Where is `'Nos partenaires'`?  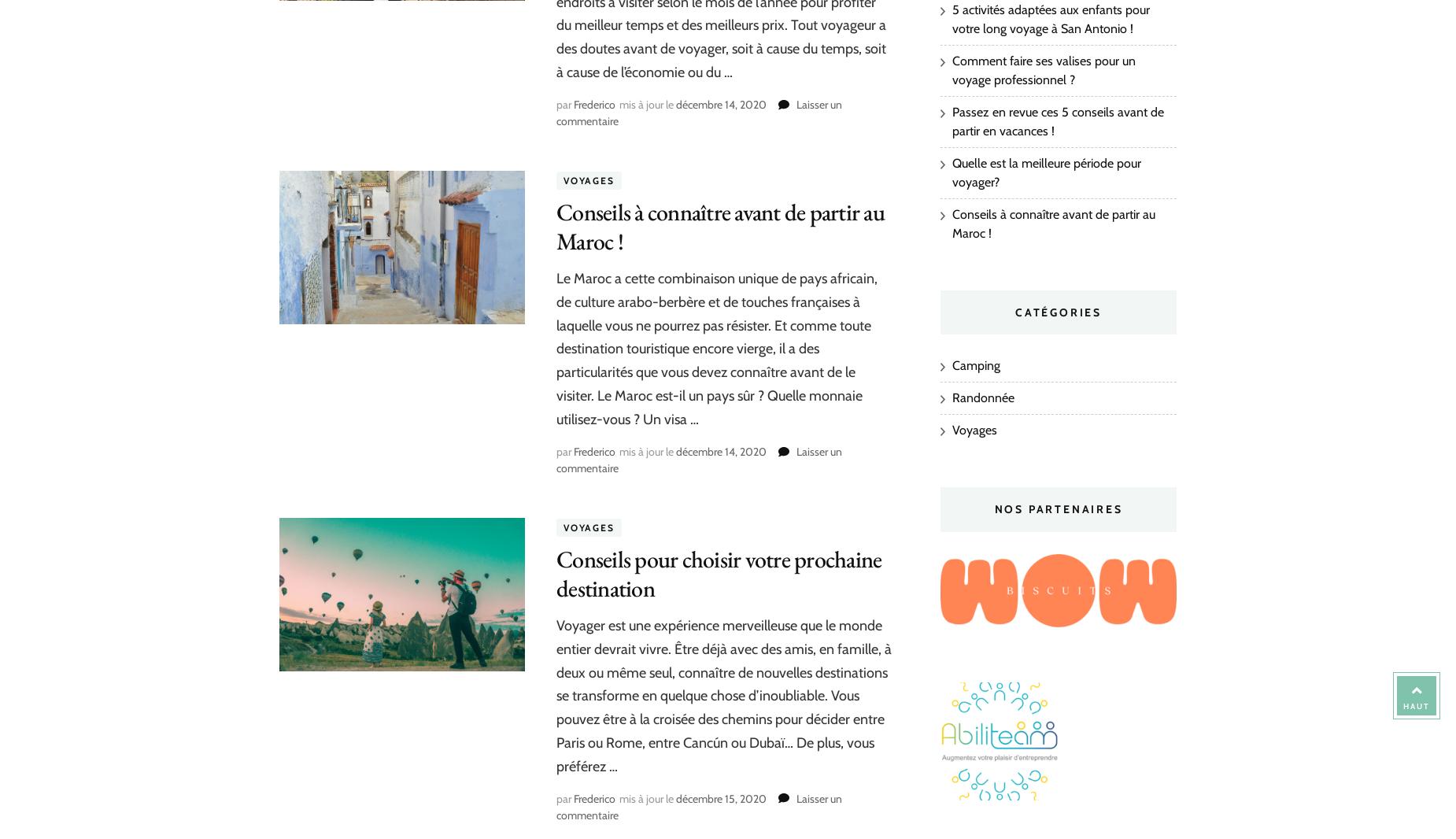 'Nos partenaires' is located at coordinates (1057, 508).